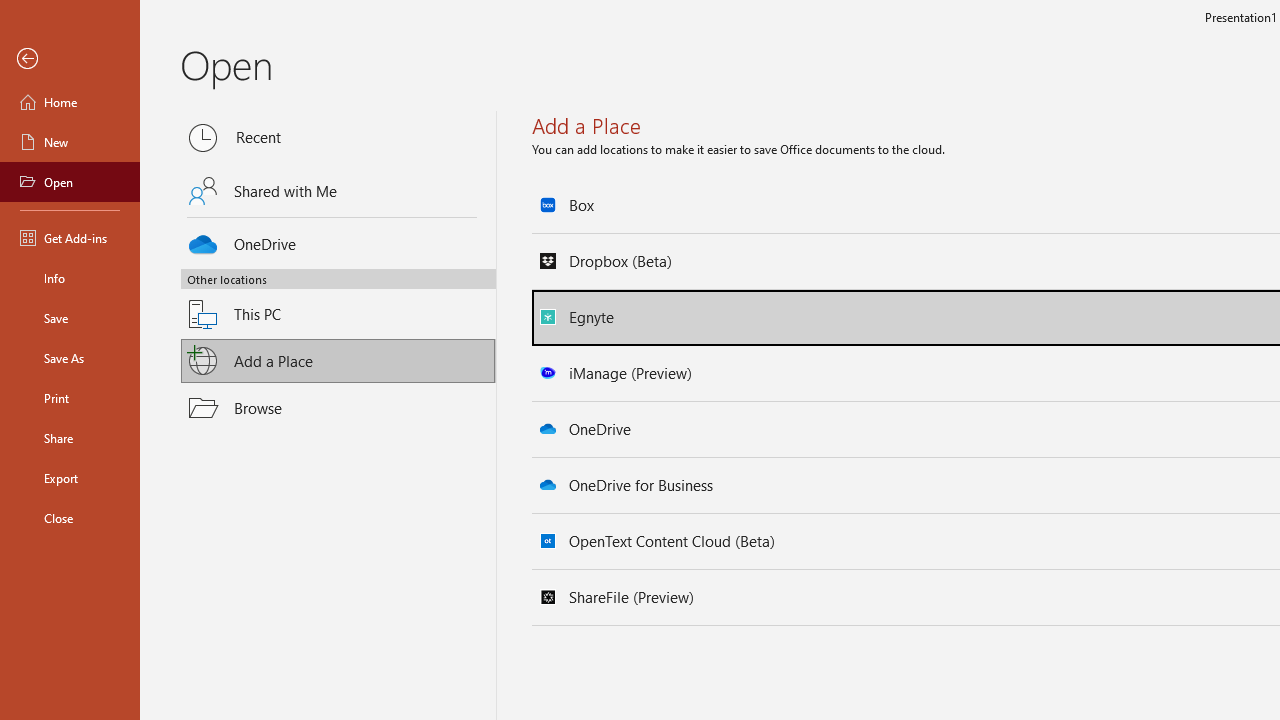 This screenshot has height=720, width=1280. I want to click on 'Get Add-ins', so click(69, 236).